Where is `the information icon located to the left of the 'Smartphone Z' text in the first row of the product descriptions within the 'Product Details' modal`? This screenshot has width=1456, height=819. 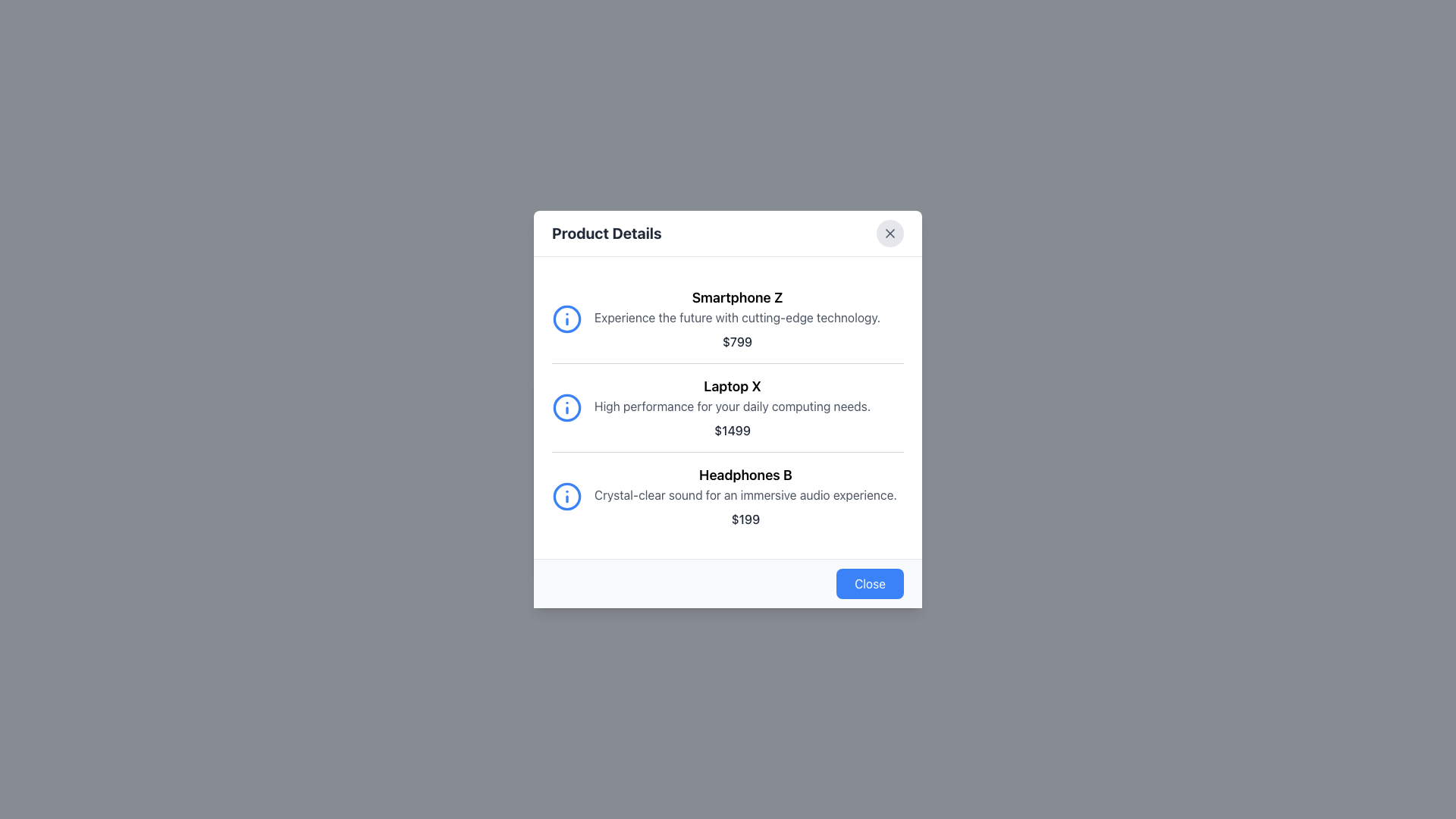 the information icon located to the left of the 'Smartphone Z' text in the first row of the product descriptions within the 'Product Details' modal is located at coordinates (566, 318).